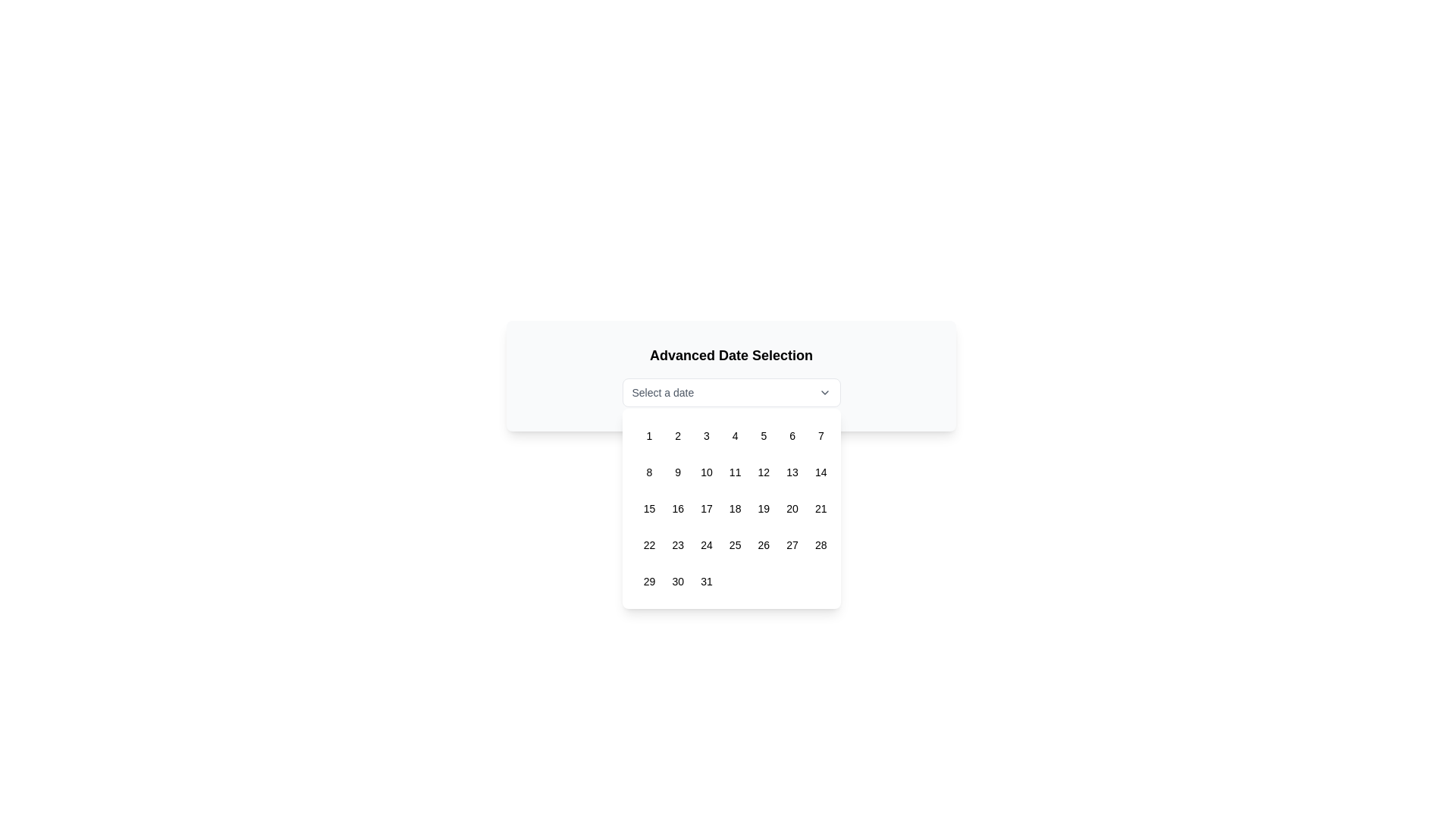  Describe the element at coordinates (649, 472) in the screenshot. I see `the button` at that location.